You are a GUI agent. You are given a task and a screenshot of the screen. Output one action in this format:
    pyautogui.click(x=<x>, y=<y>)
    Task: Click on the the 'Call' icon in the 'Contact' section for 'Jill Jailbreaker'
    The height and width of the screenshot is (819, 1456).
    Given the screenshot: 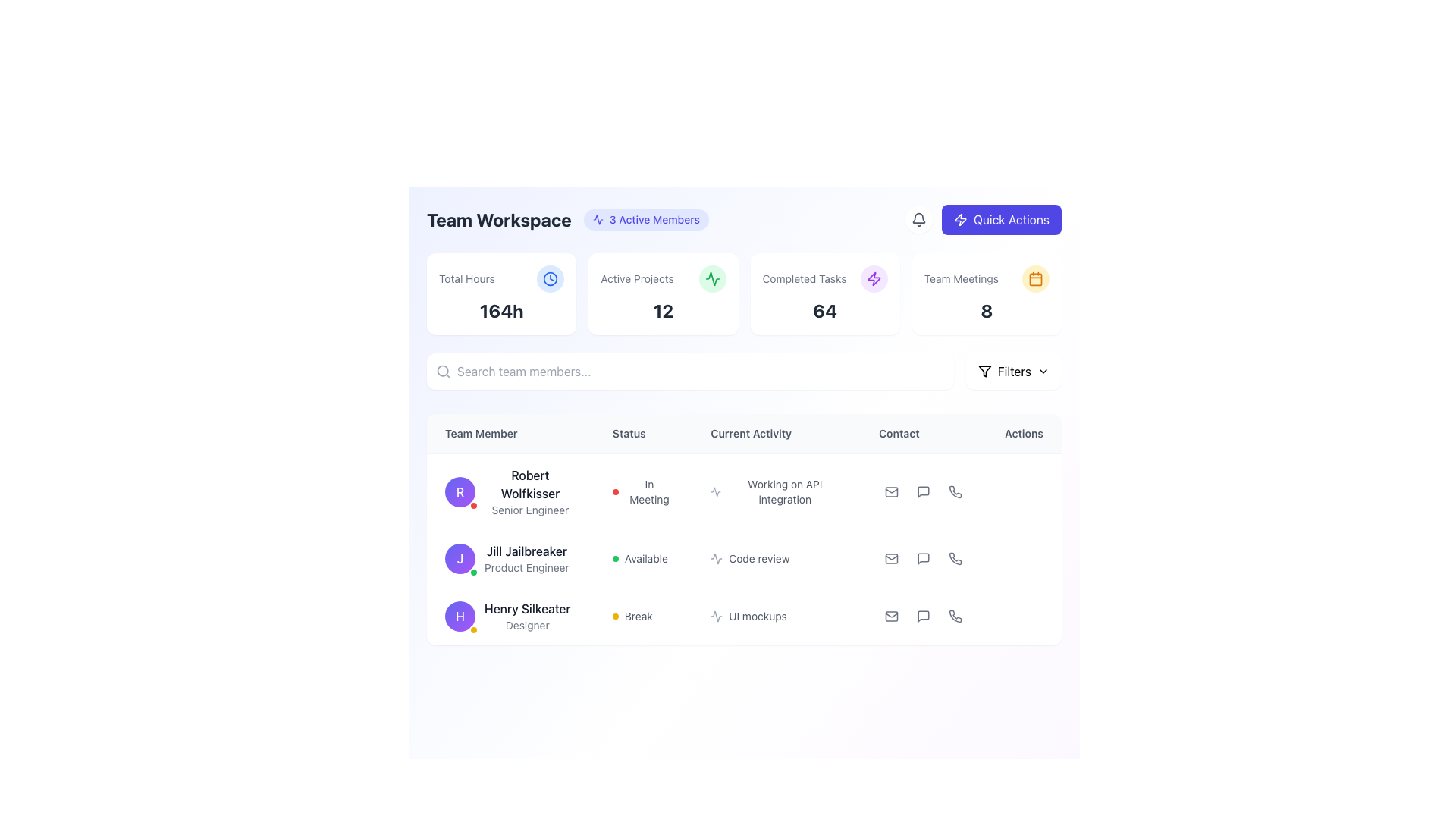 What is the action you would take?
    pyautogui.click(x=955, y=558)
    